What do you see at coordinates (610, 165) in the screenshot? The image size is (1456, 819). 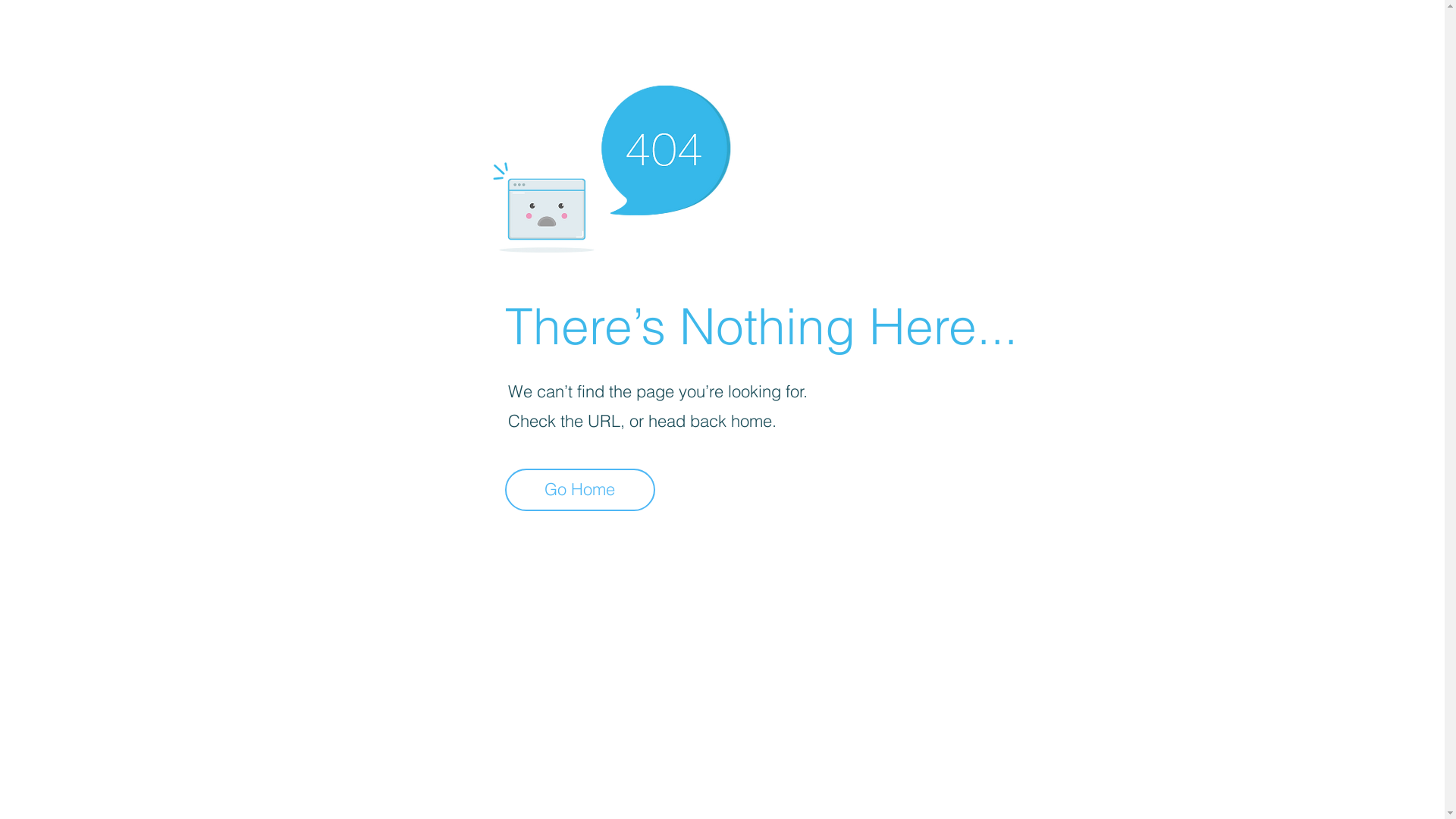 I see `'404-icon_2.png'` at bounding box center [610, 165].